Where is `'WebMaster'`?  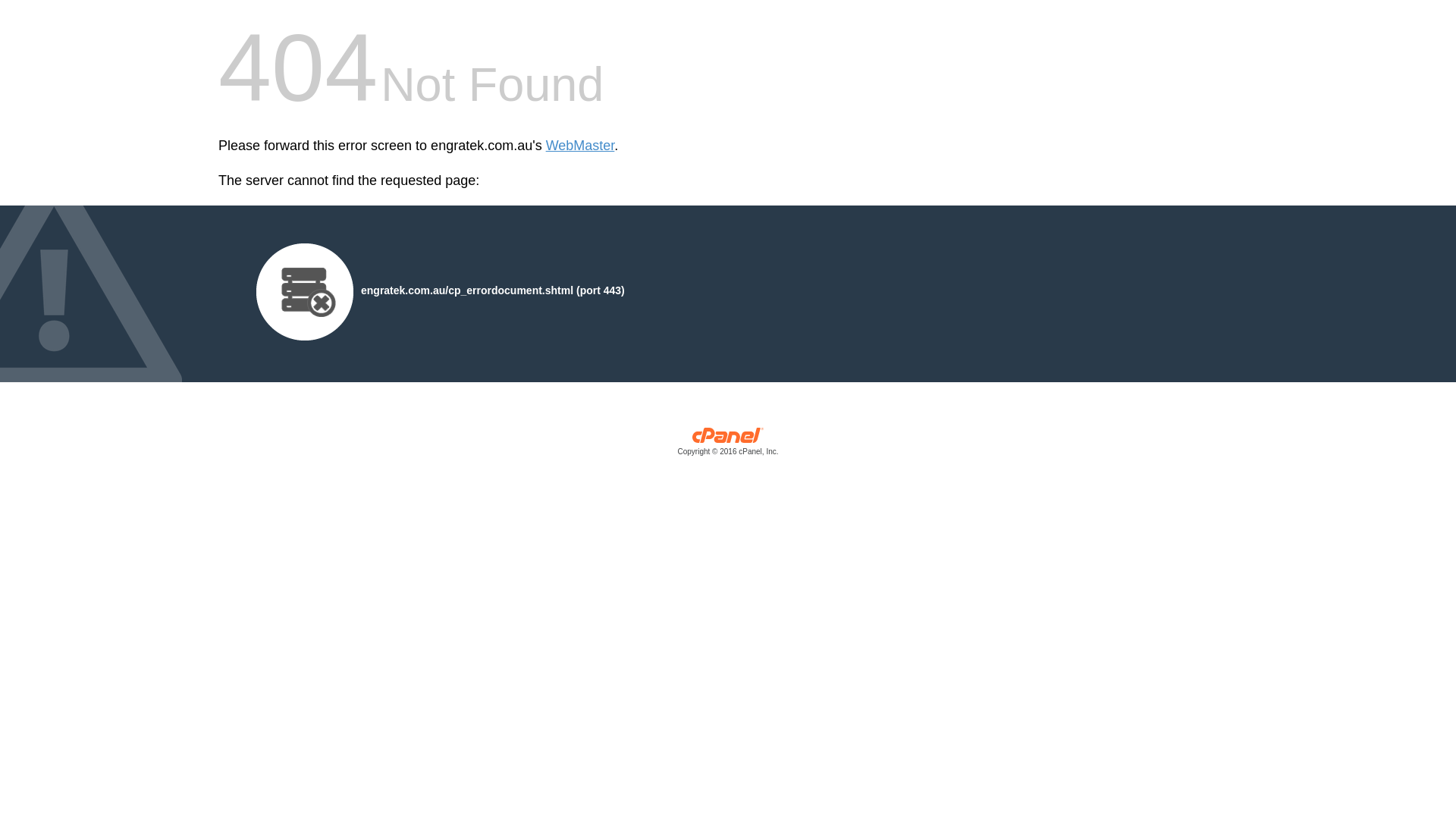
'WebMaster' is located at coordinates (579, 146).